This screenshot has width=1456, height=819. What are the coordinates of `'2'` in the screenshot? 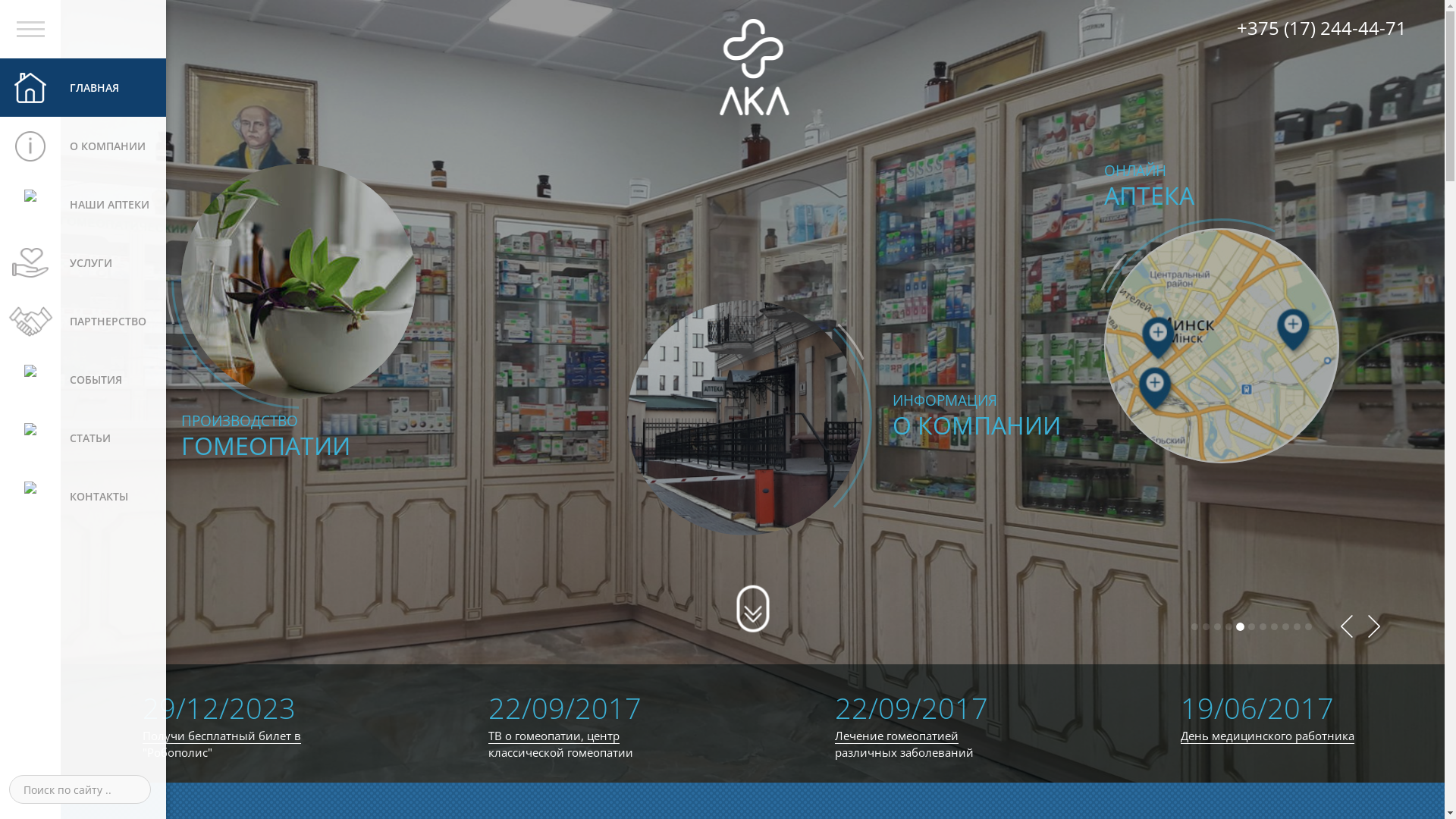 It's located at (1204, 626).